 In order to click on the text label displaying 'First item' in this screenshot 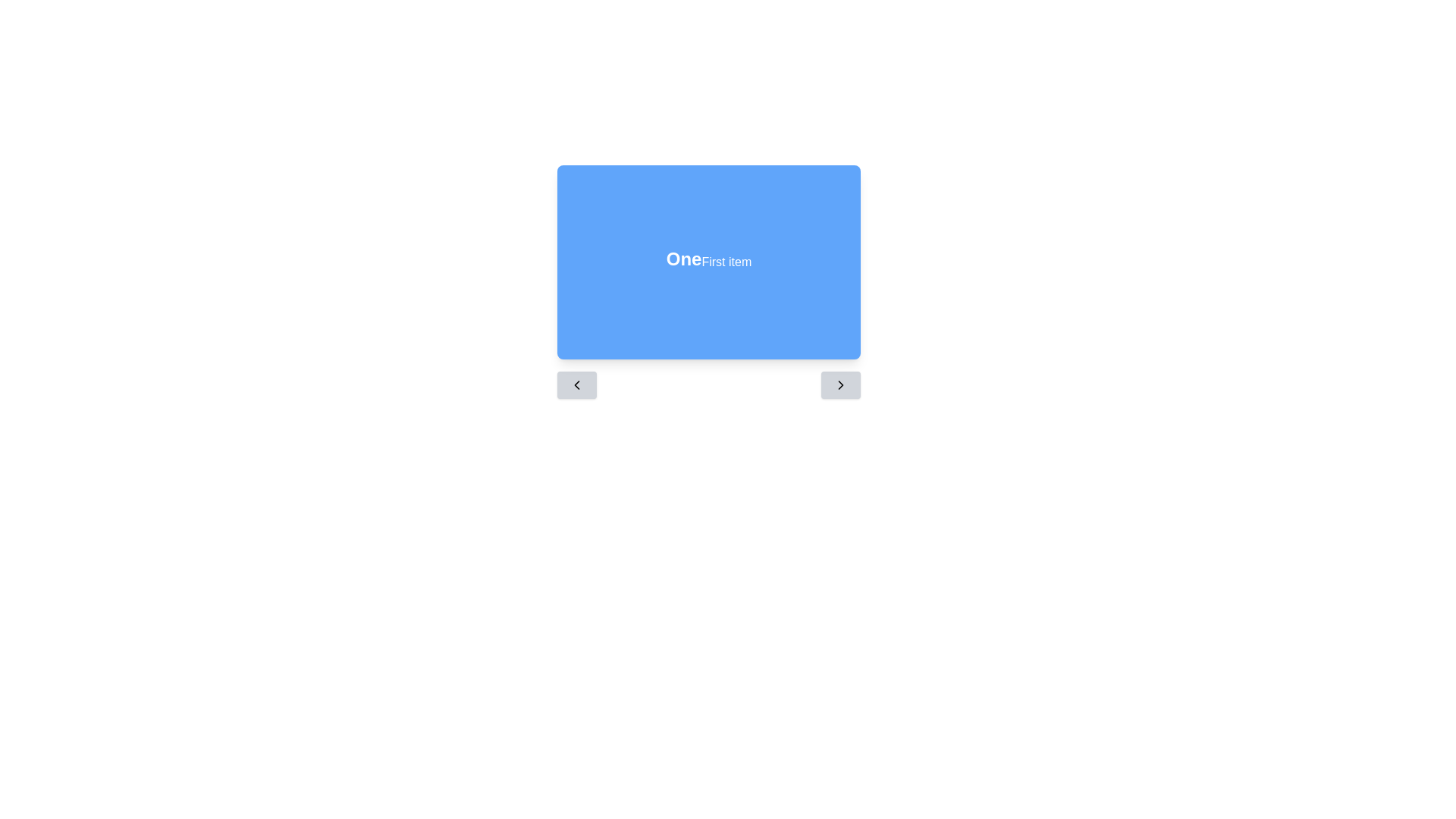, I will do `click(726, 262)`.